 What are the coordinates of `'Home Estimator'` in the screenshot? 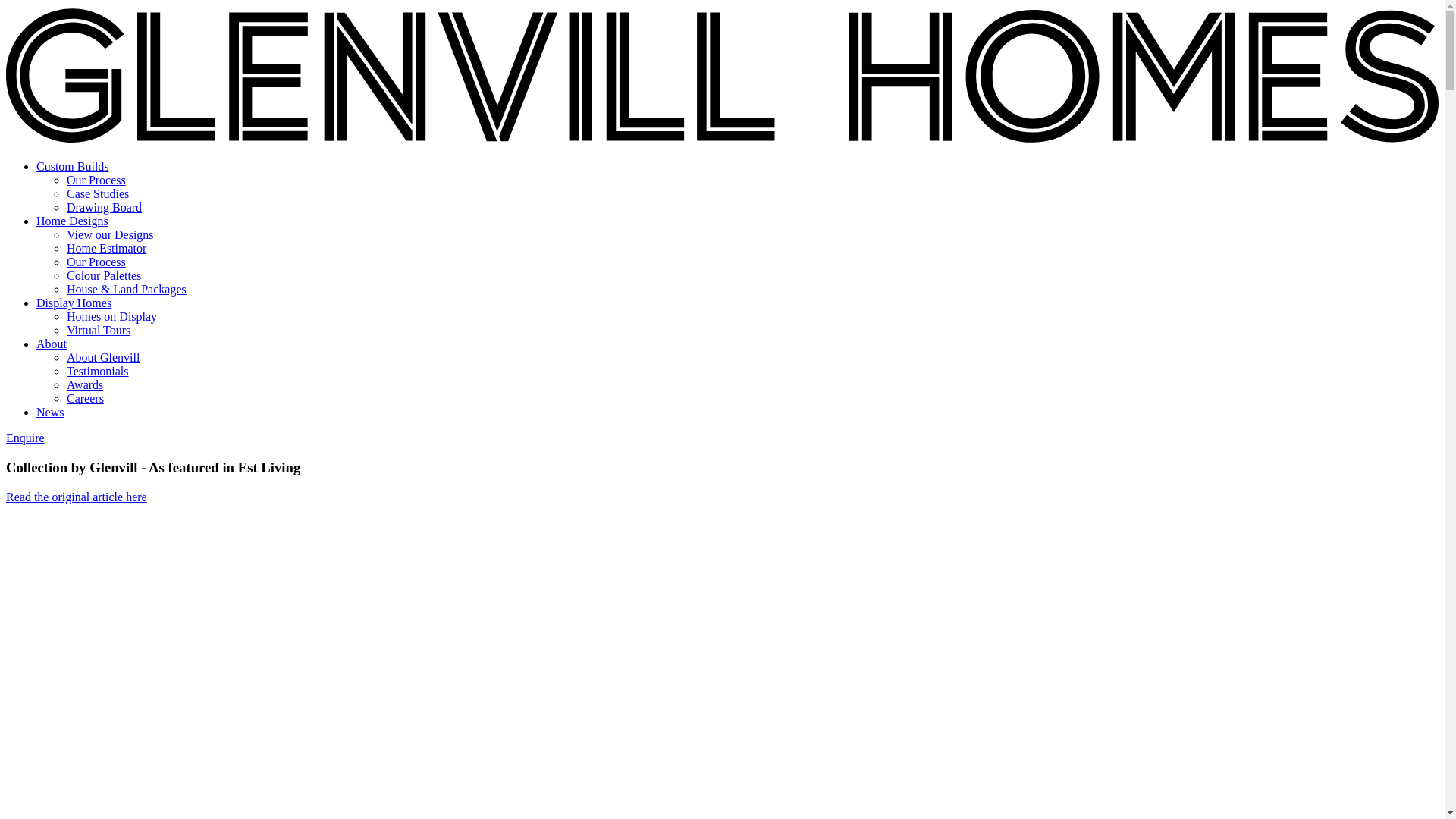 It's located at (105, 247).